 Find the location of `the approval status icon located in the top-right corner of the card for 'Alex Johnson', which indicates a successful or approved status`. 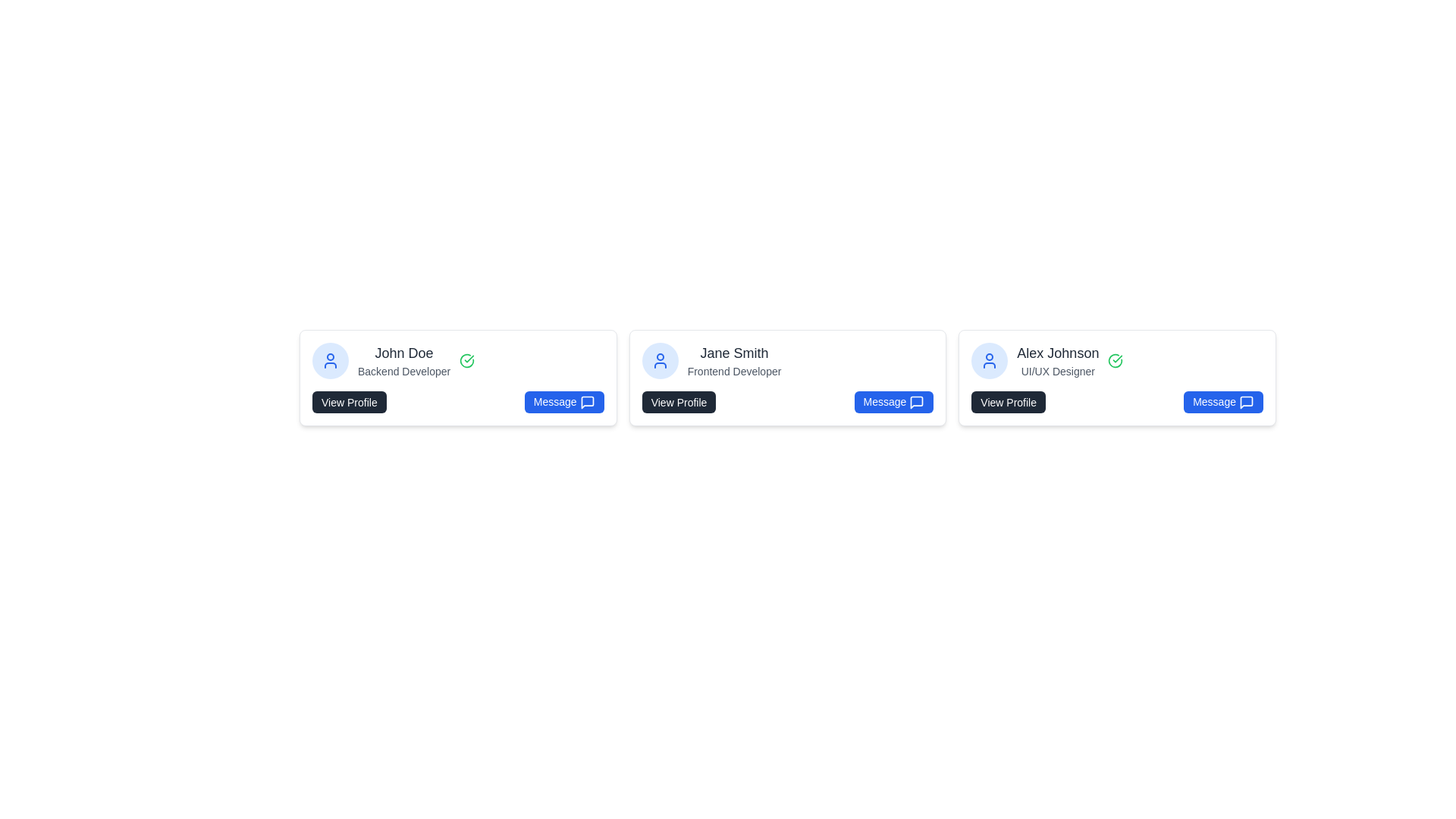

the approval status icon located in the top-right corner of the card for 'Alex Johnson', which indicates a successful or approved status is located at coordinates (1116, 360).